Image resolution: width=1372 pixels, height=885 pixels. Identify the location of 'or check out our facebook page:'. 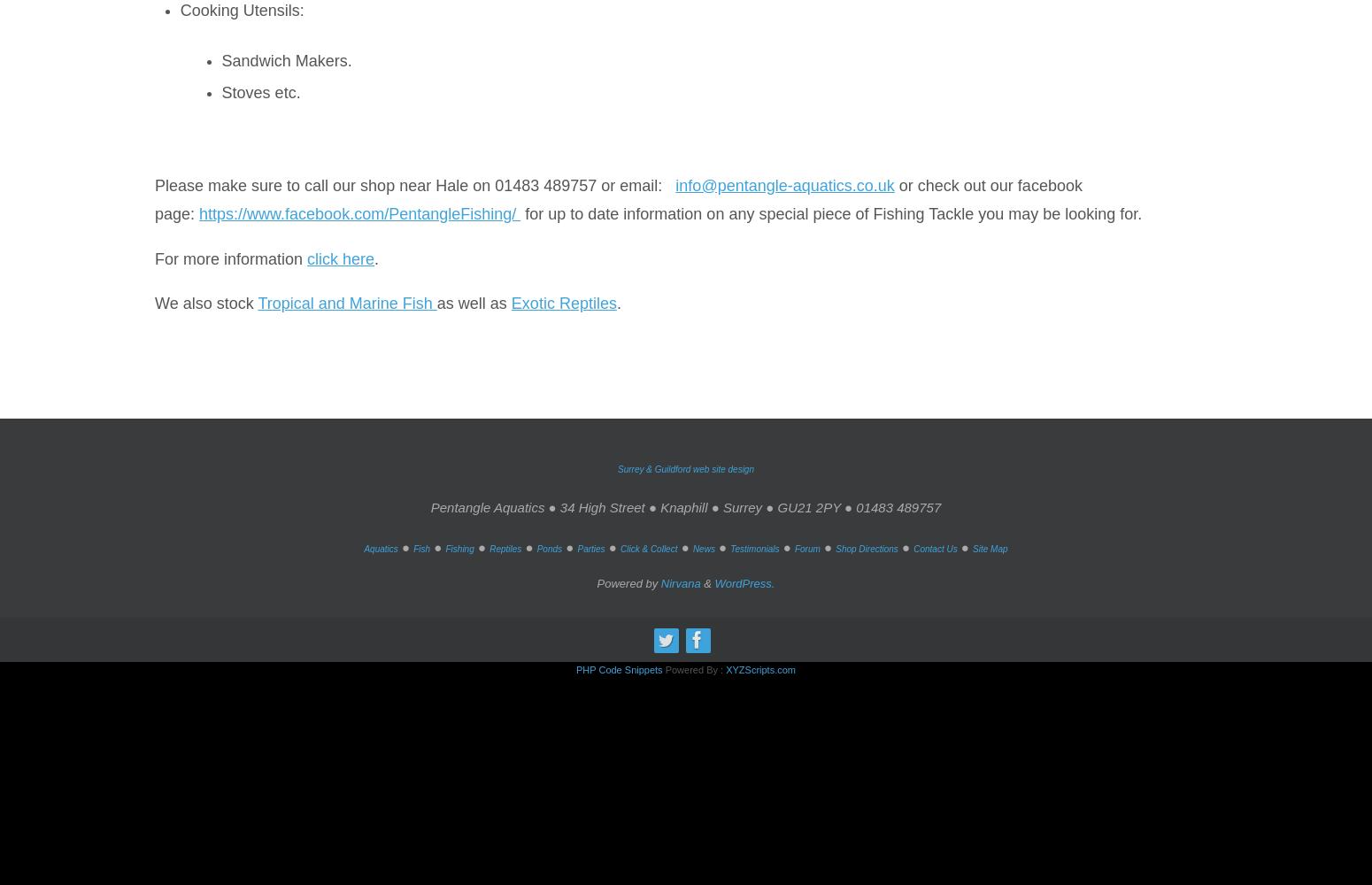
(618, 198).